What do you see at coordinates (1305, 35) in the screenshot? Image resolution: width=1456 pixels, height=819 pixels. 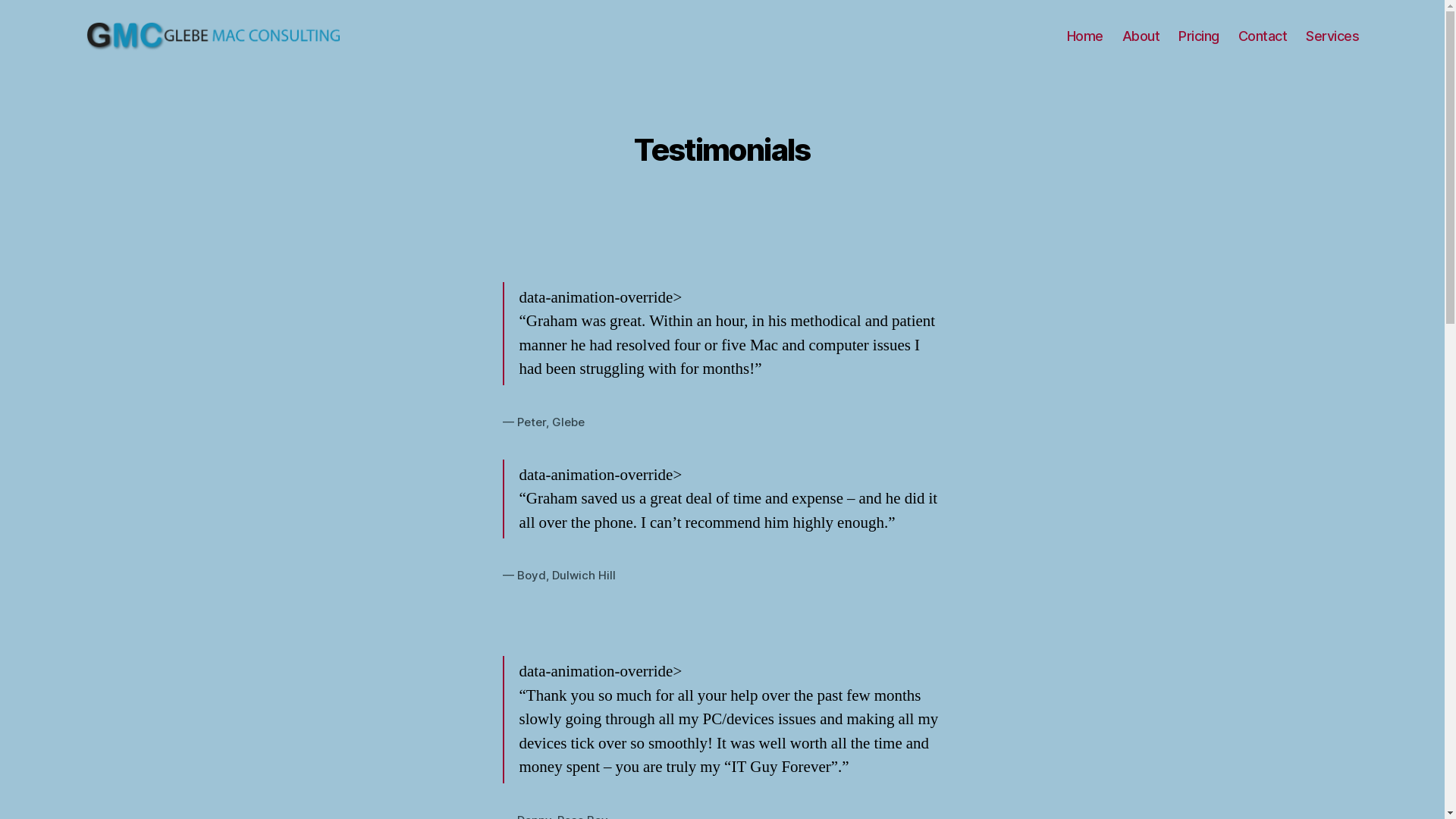 I see `'Services'` at bounding box center [1305, 35].